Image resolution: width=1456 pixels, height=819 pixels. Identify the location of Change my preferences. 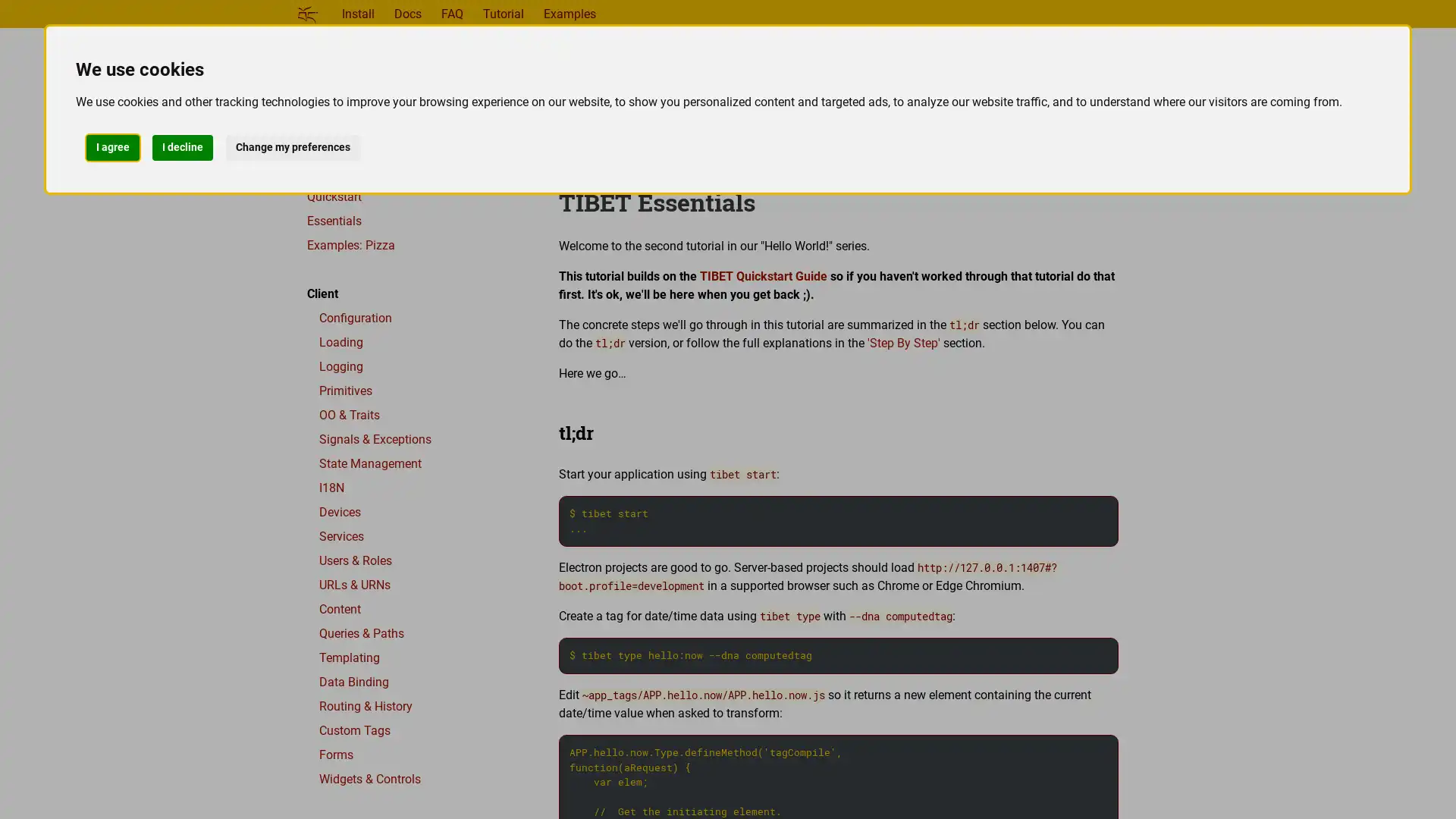
(293, 146).